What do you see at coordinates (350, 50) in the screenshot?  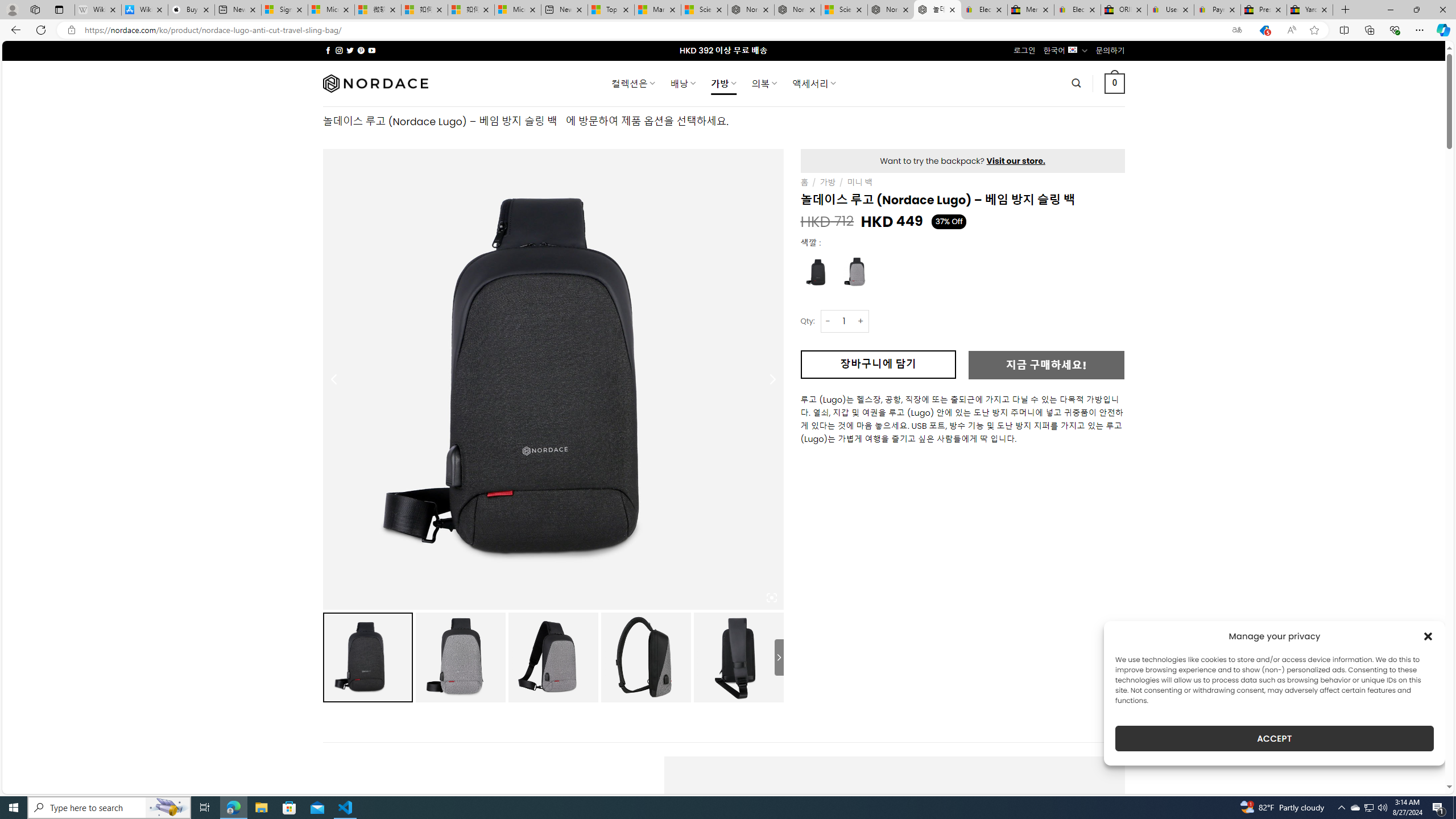 I see `'Follow on Twitter'` at bounding box center [350, 50].